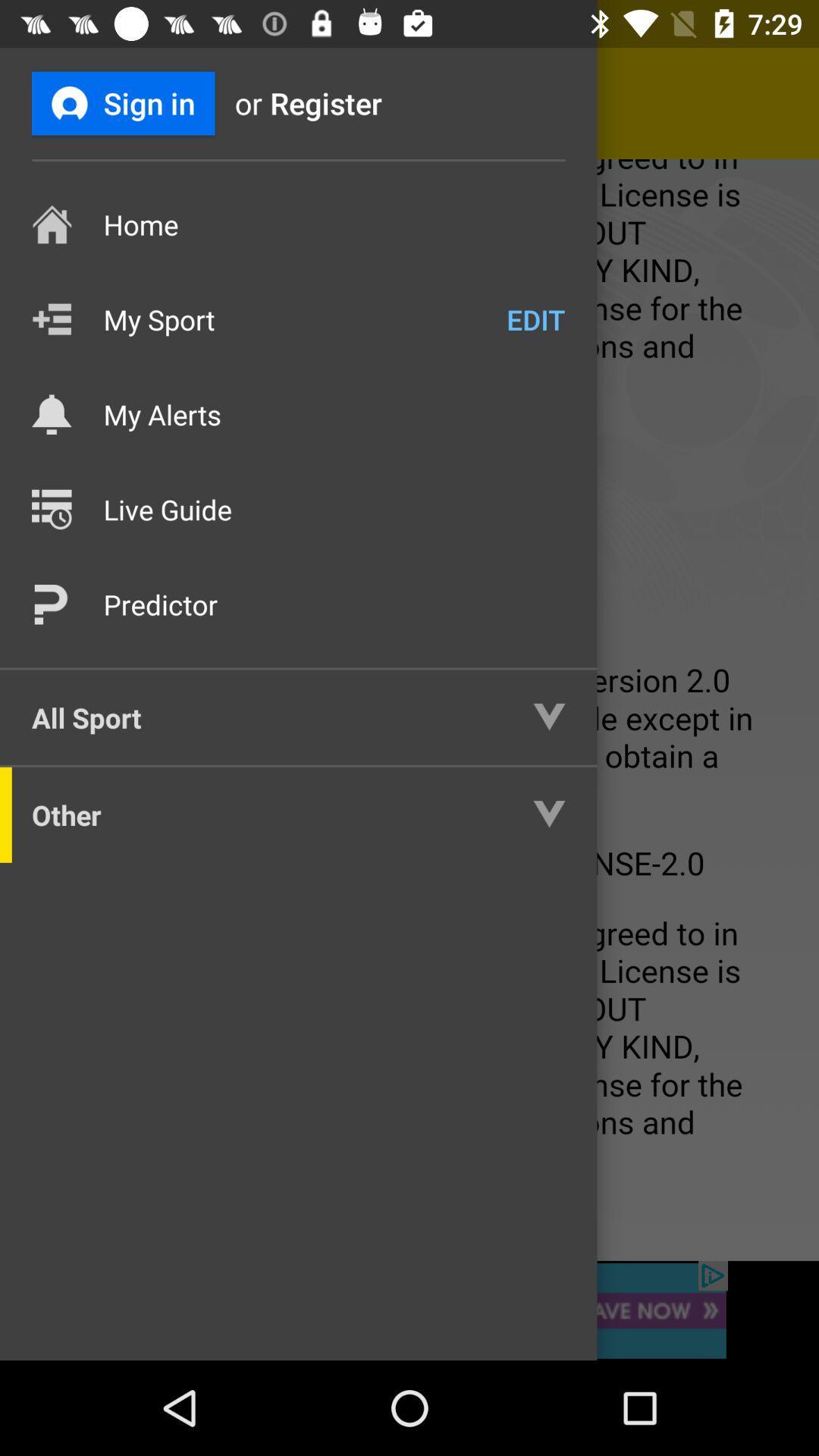 Image resolution: width=819 pixels, height=1456 pixels. Describe the element at coordinates (535, 318) in the screenshot. I see `edit icon` at that location.